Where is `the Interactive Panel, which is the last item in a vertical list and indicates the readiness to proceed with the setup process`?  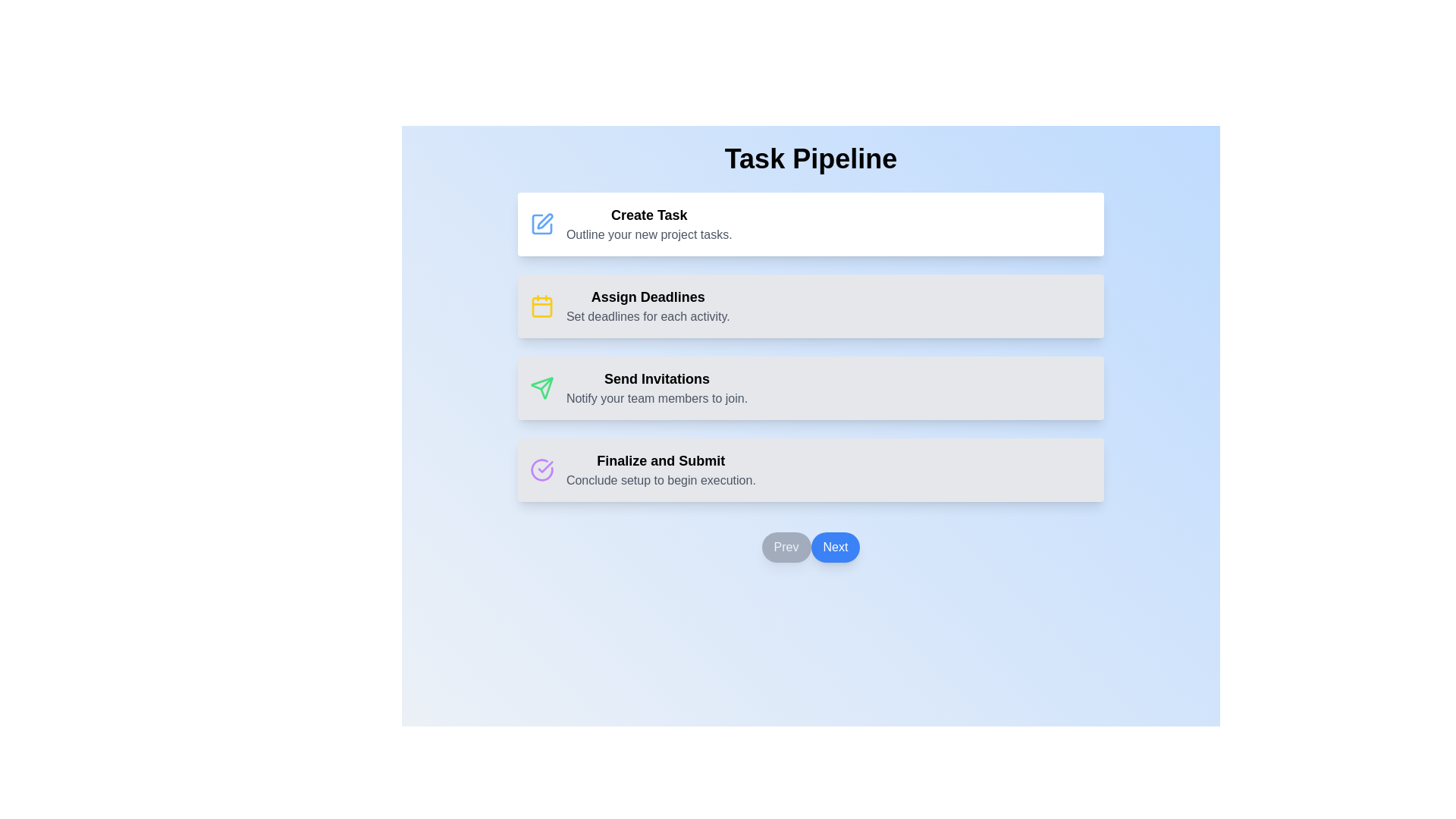
the Interactive Panel, which is the last item in a vertical list and indicates the readiness to proceed with the setup process is located at coordinates (810, 469).